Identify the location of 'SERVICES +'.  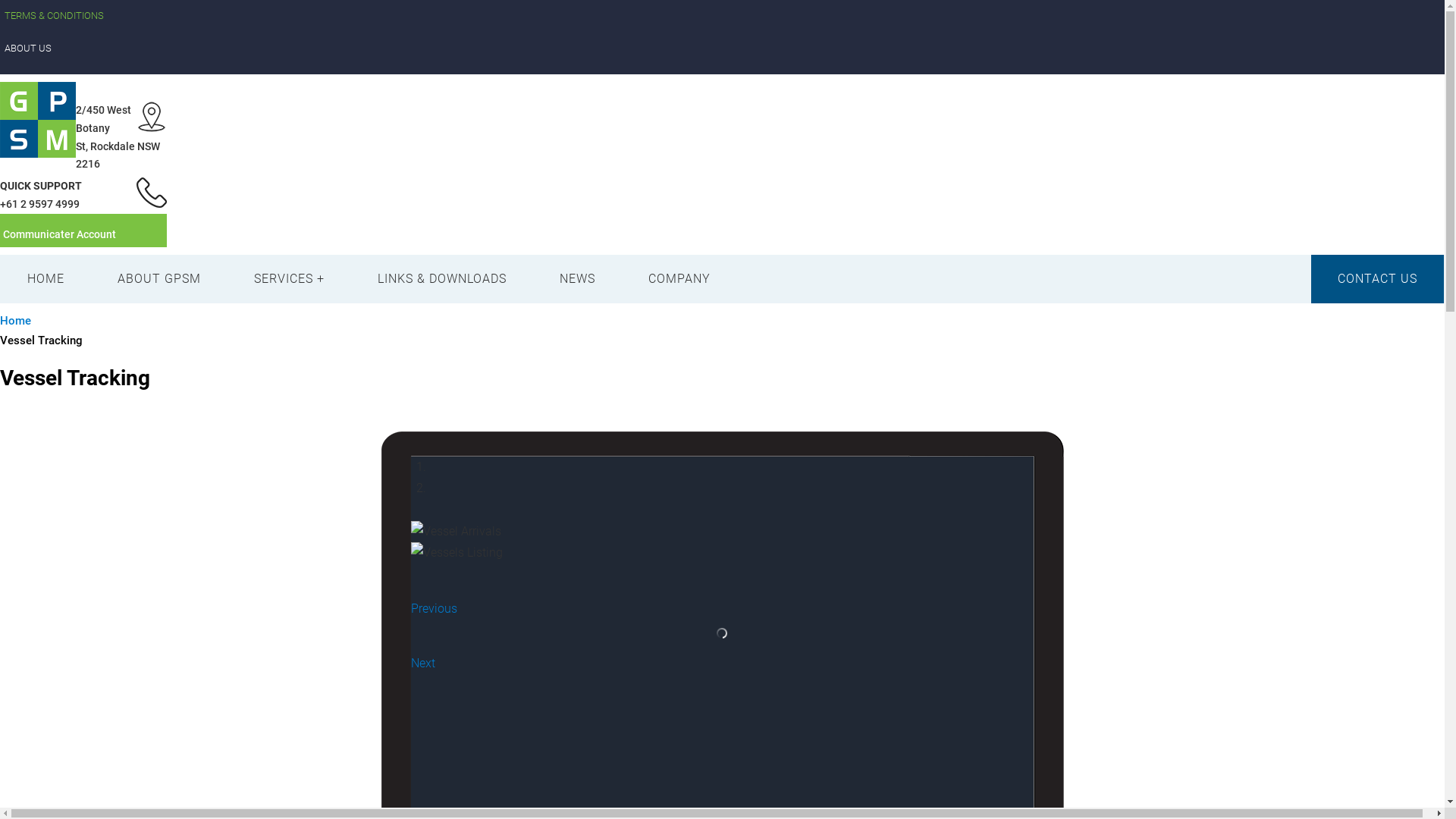
(289, 278).